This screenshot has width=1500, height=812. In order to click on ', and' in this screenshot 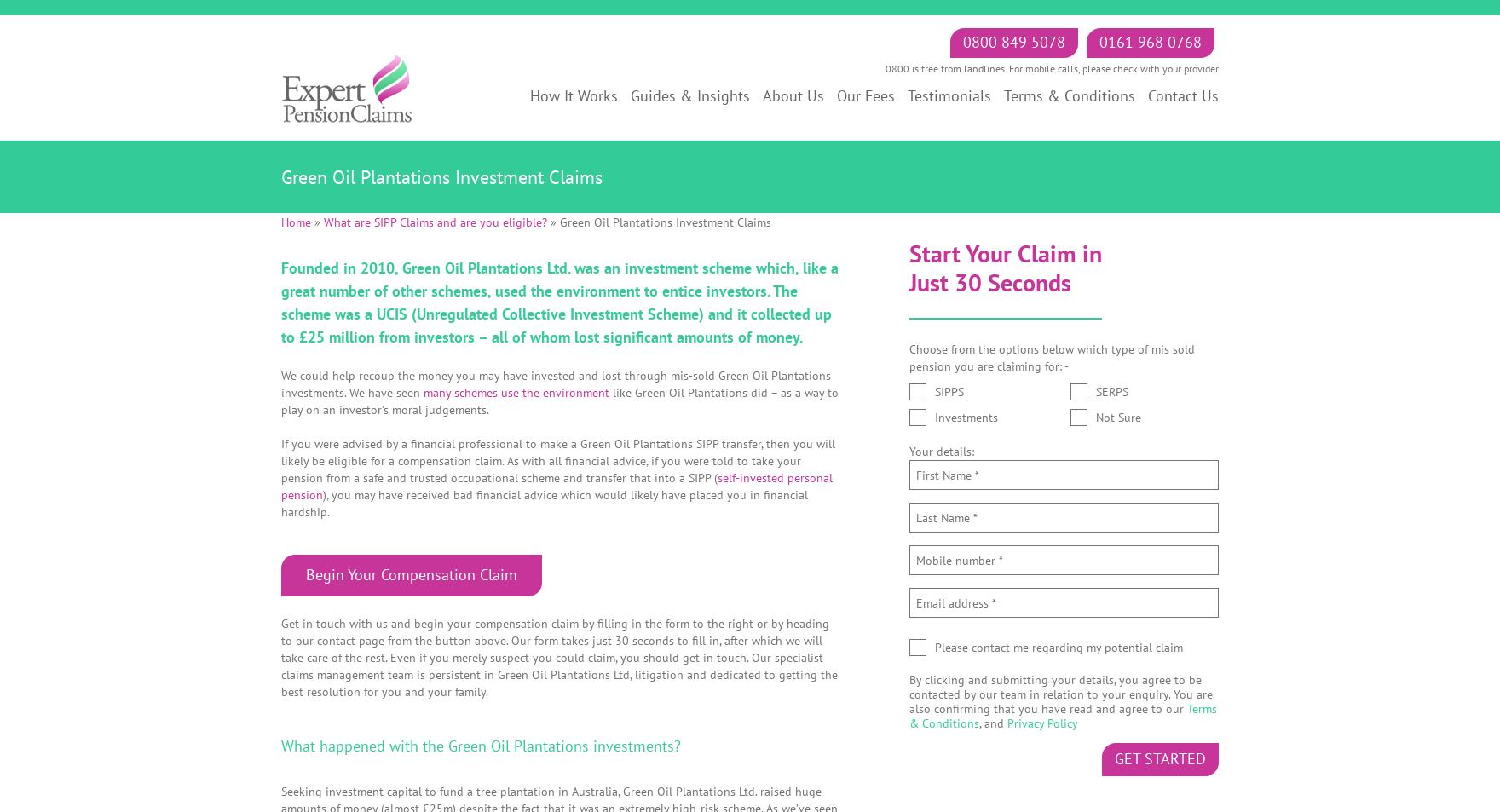, I will do `click(992, 722)`.